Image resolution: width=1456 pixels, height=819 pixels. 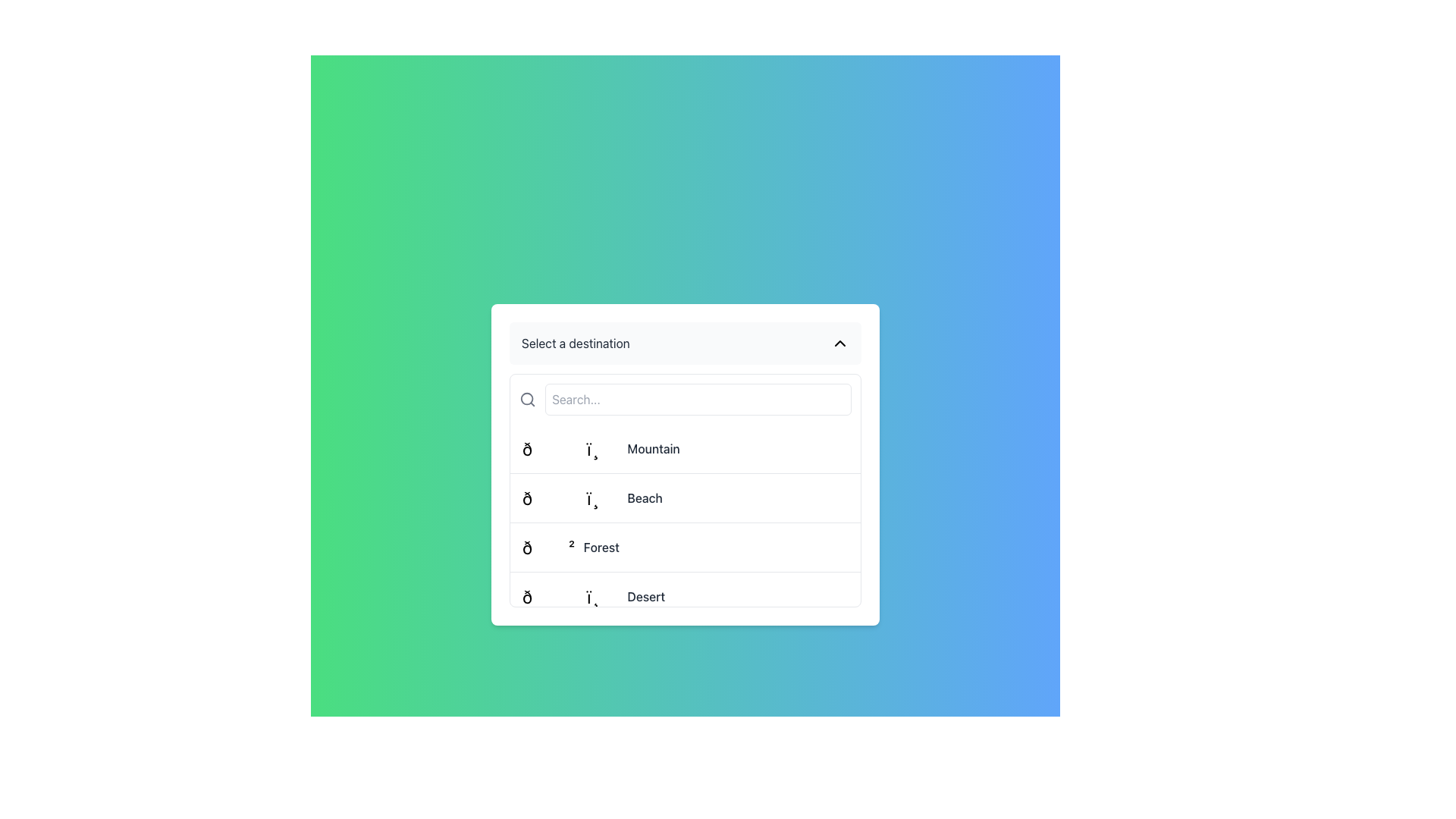 I want to click on the 'Beach' option in the second row of the 'Select a destination' list, located between 'Mountain' and 'Forest', so click(x=591, y=497).